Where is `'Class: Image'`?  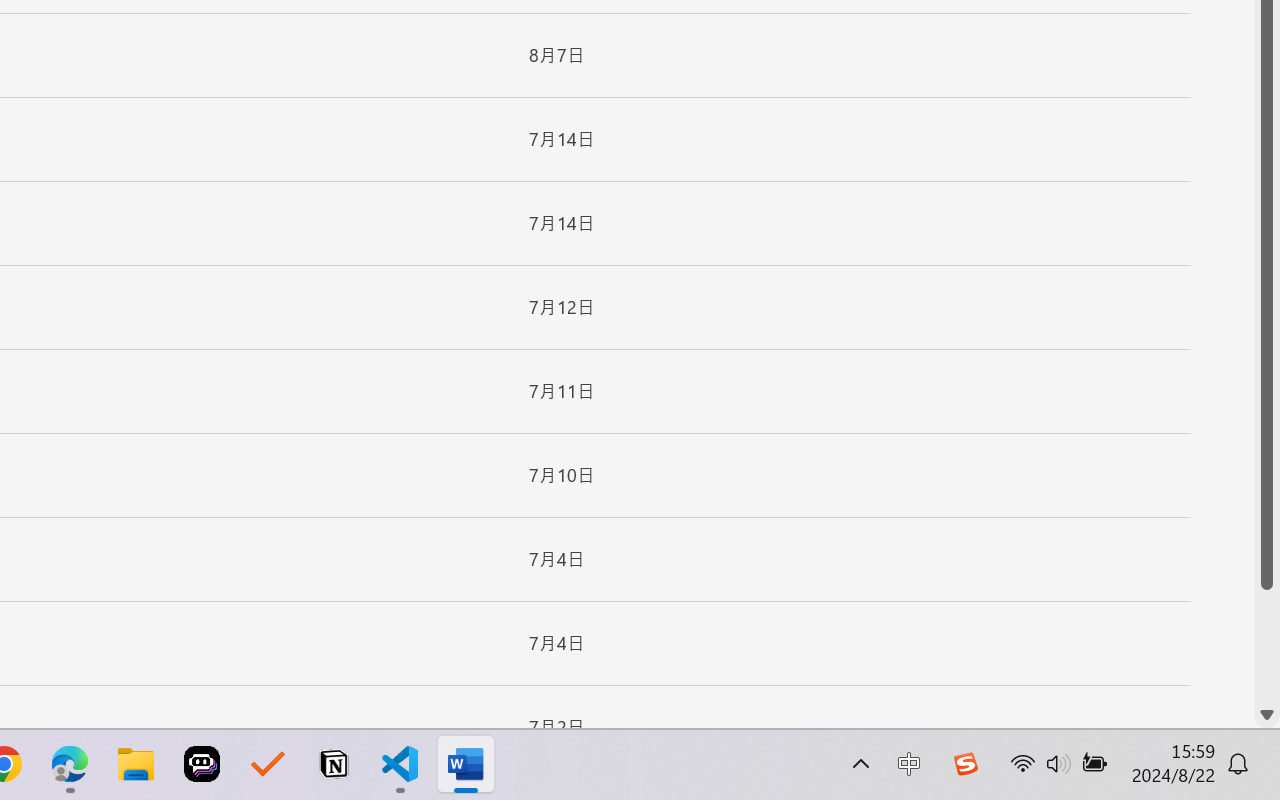 'Class: Image' is located at coordinates (965, 764).